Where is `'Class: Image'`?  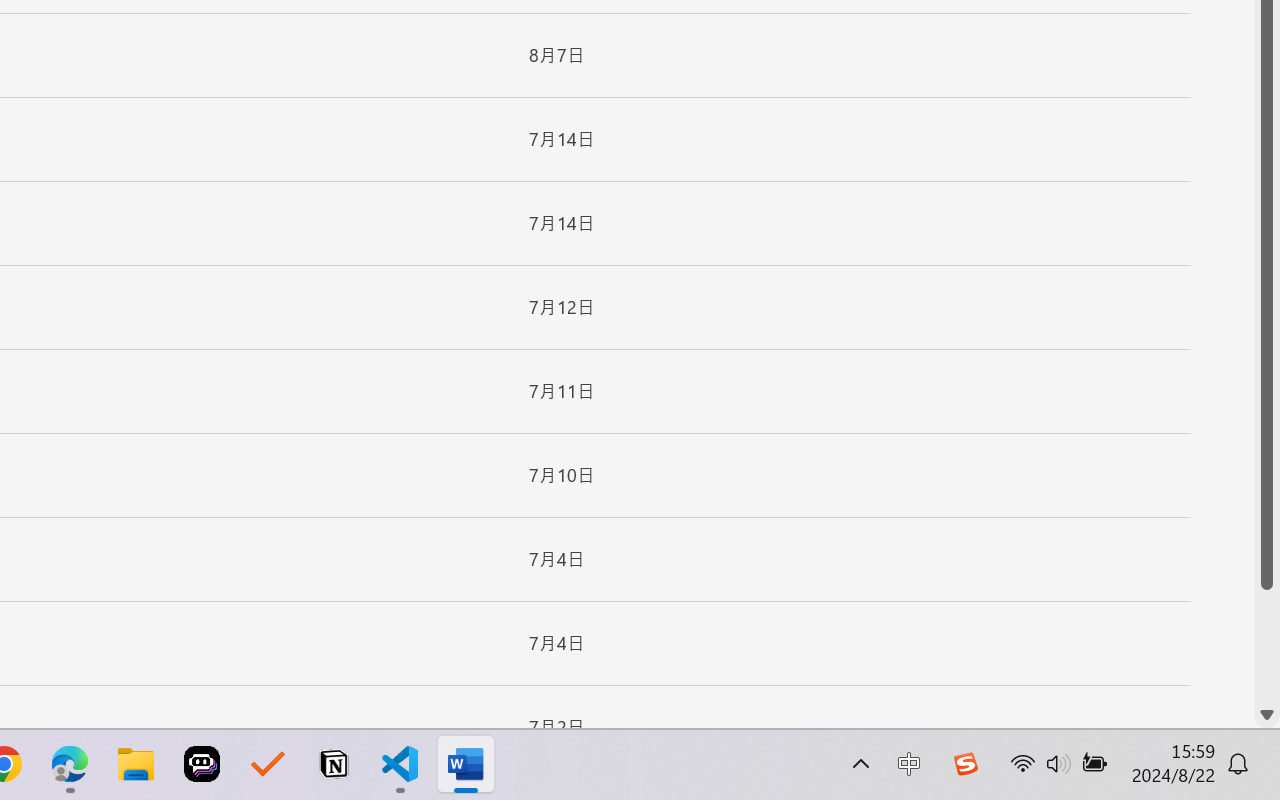 'Class: Image' is located at coordinates (965, 764).